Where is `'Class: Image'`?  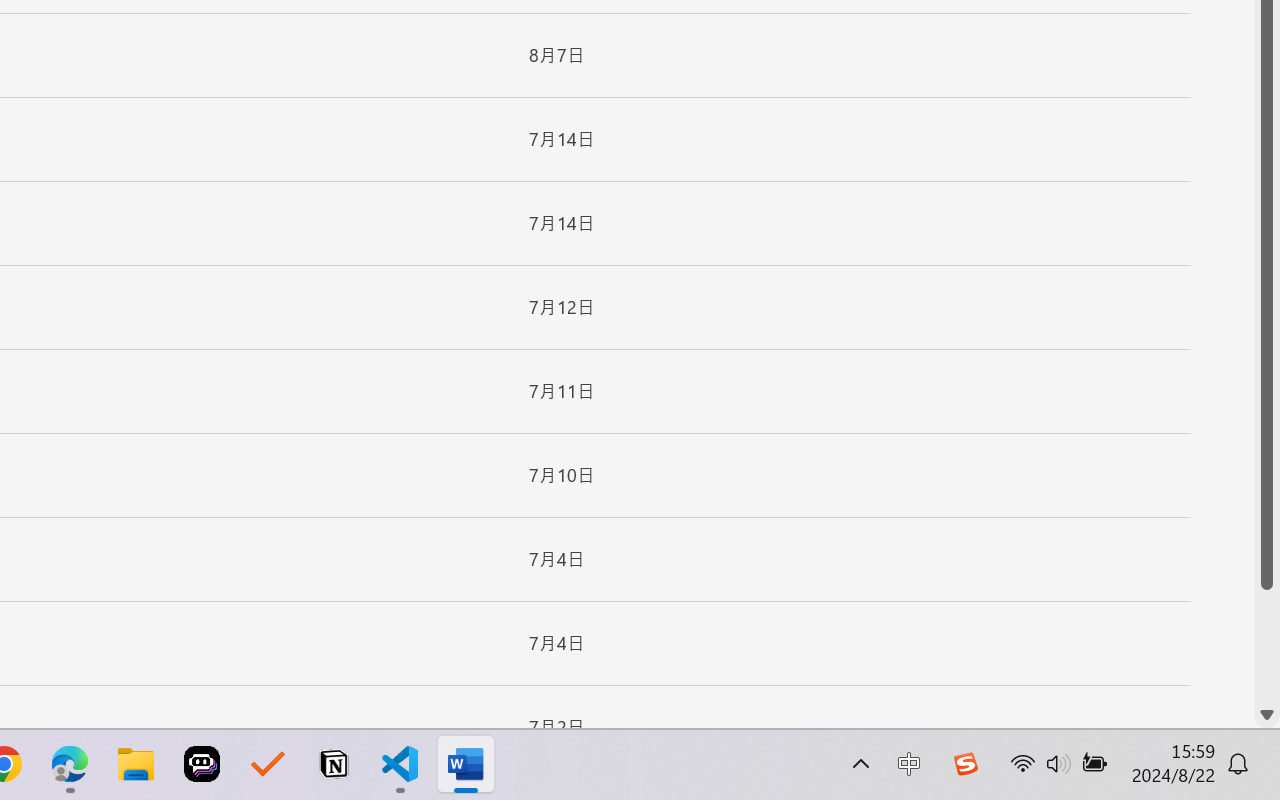 'Class: Image' is located at coordinates (965, 764).